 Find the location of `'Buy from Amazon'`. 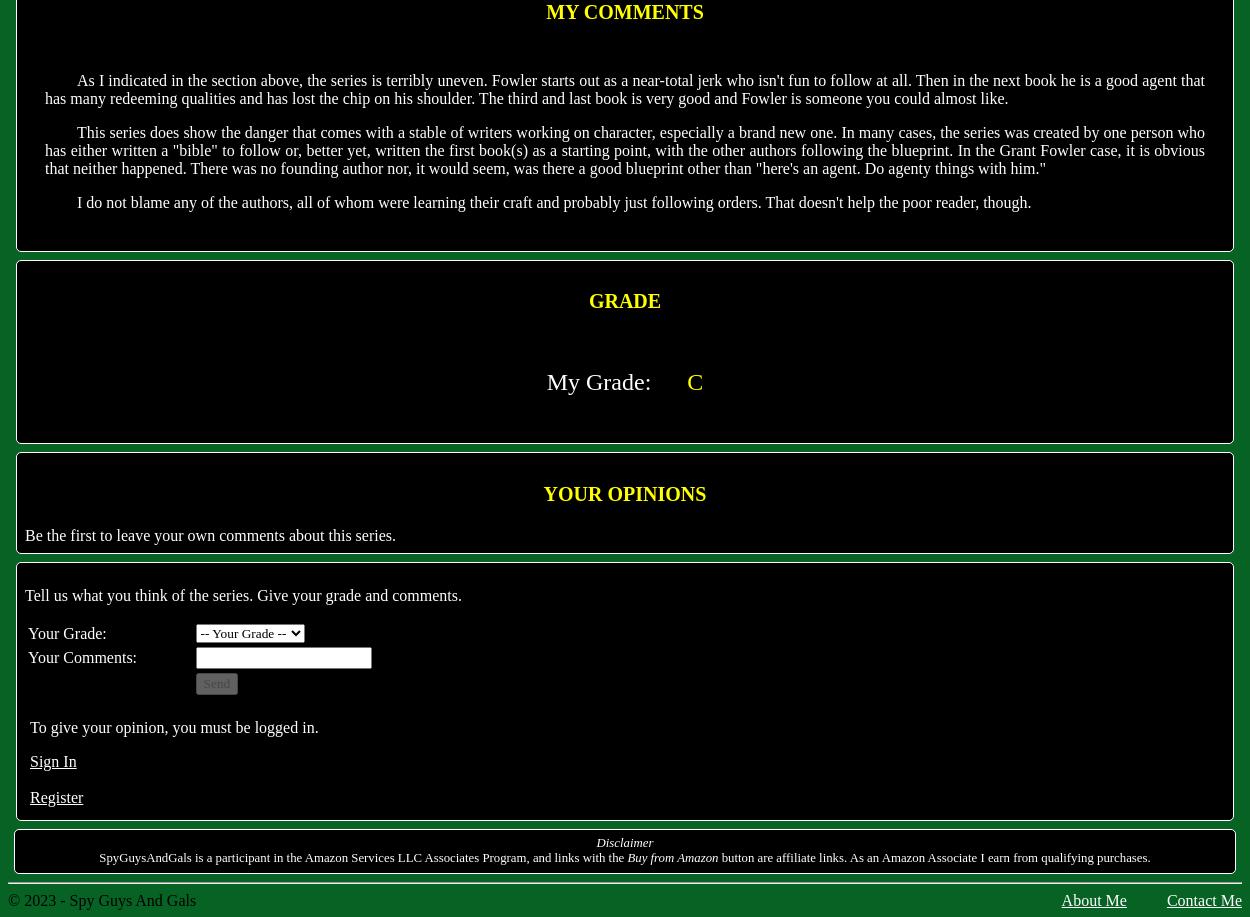

'Buy from Amazon' is located at coordinates (672, 857).